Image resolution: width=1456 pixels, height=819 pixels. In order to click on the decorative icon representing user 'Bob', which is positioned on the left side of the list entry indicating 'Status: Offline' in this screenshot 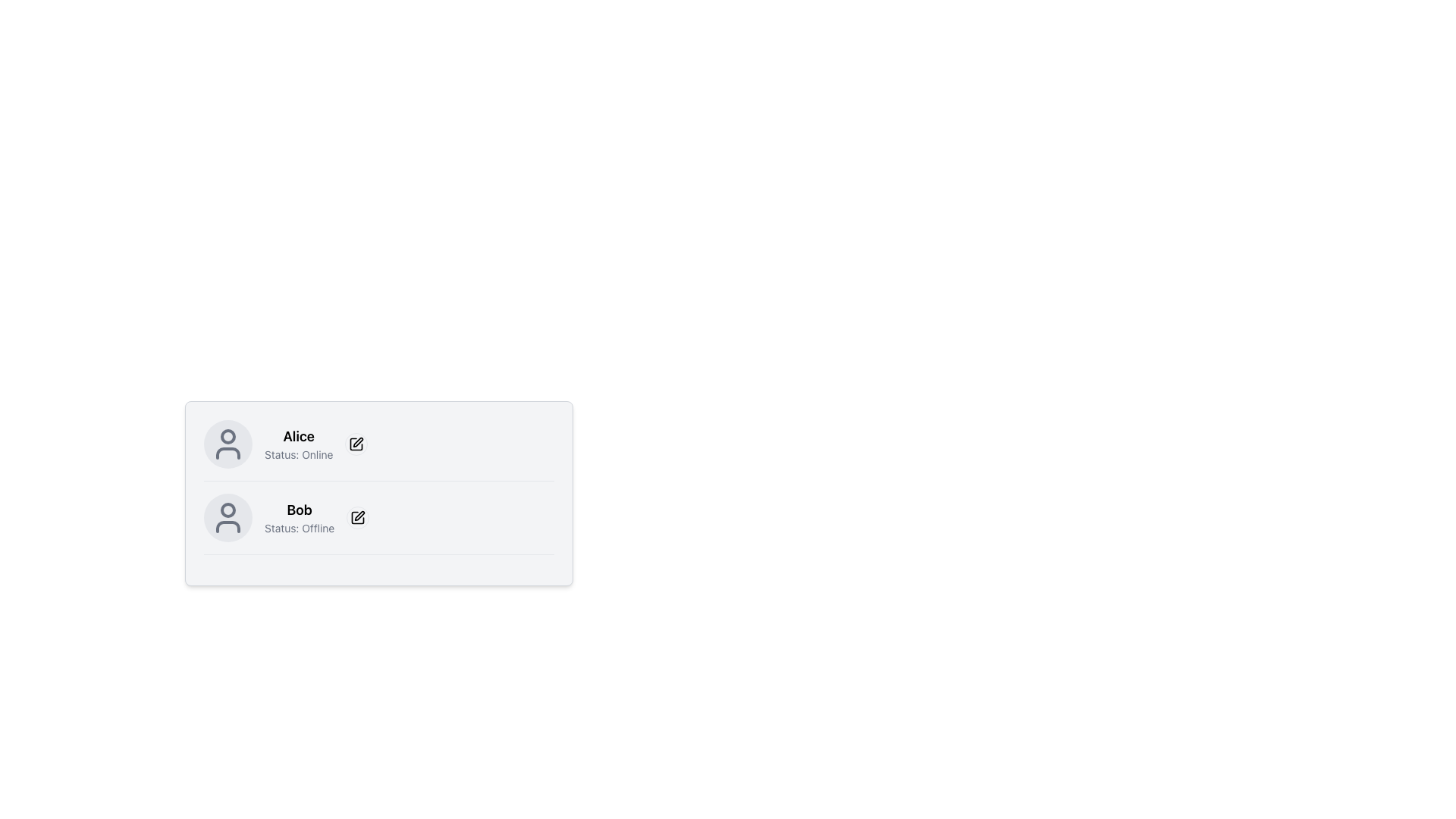, I will do `click(227, 516)`.